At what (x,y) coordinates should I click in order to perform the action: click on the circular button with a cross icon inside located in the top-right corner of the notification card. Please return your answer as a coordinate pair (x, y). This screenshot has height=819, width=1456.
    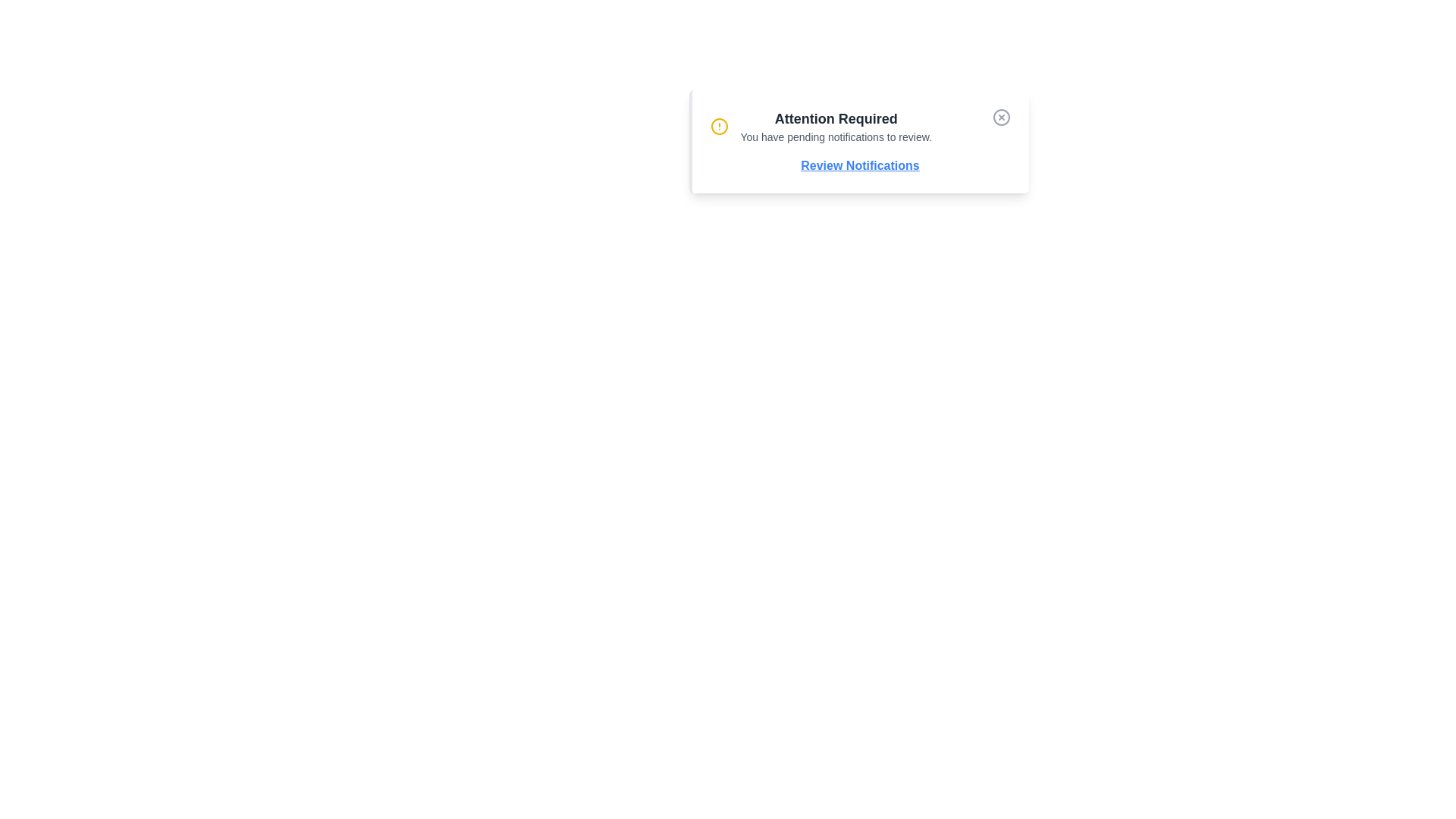
    Looking at the image, I should click on (1001, 116).